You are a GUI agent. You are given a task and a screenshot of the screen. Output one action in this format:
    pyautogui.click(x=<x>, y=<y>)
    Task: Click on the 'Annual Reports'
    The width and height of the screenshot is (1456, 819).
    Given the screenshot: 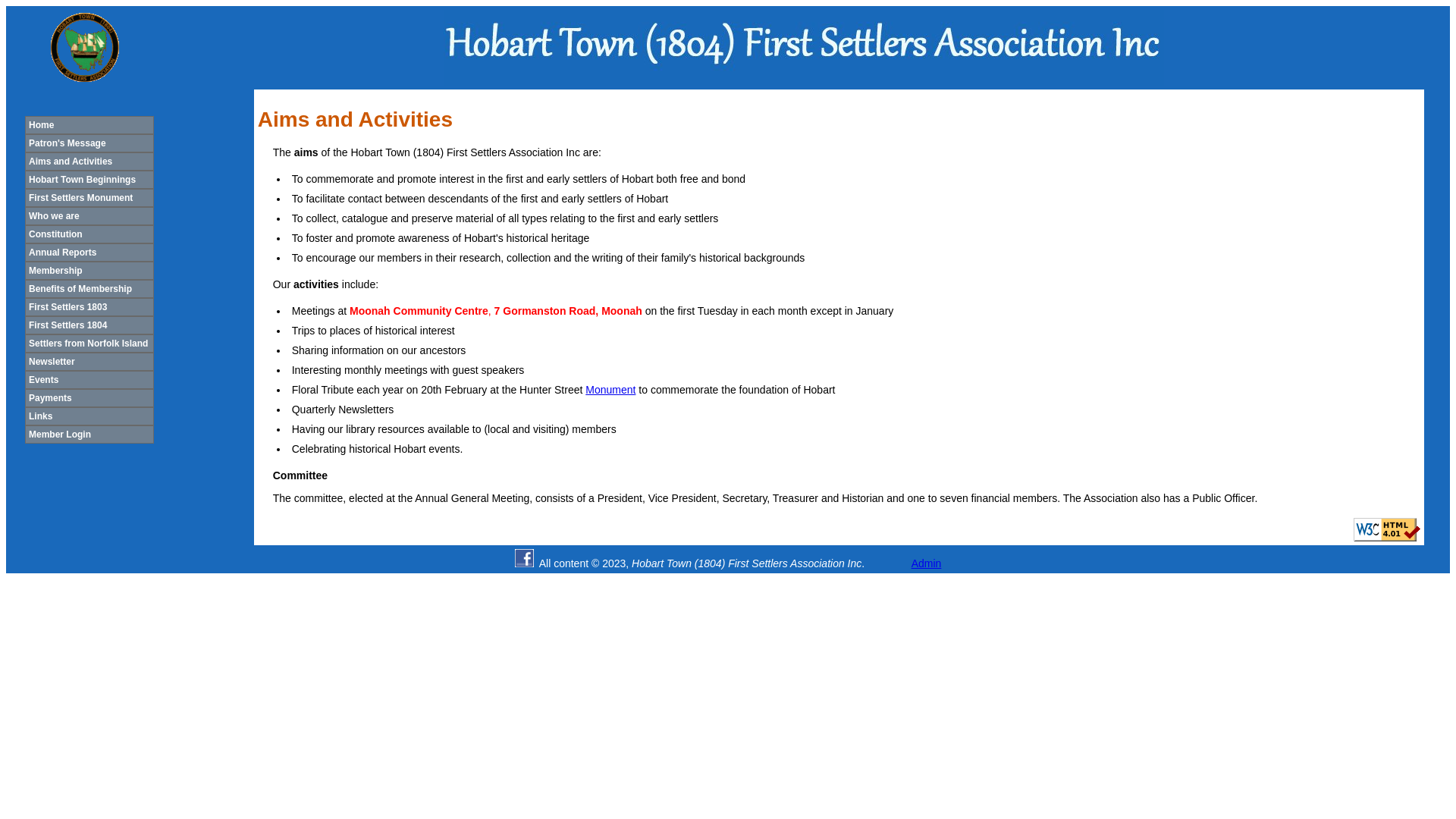 What is the action you would take?
    pyautogui.click(x=25, y=251)
    